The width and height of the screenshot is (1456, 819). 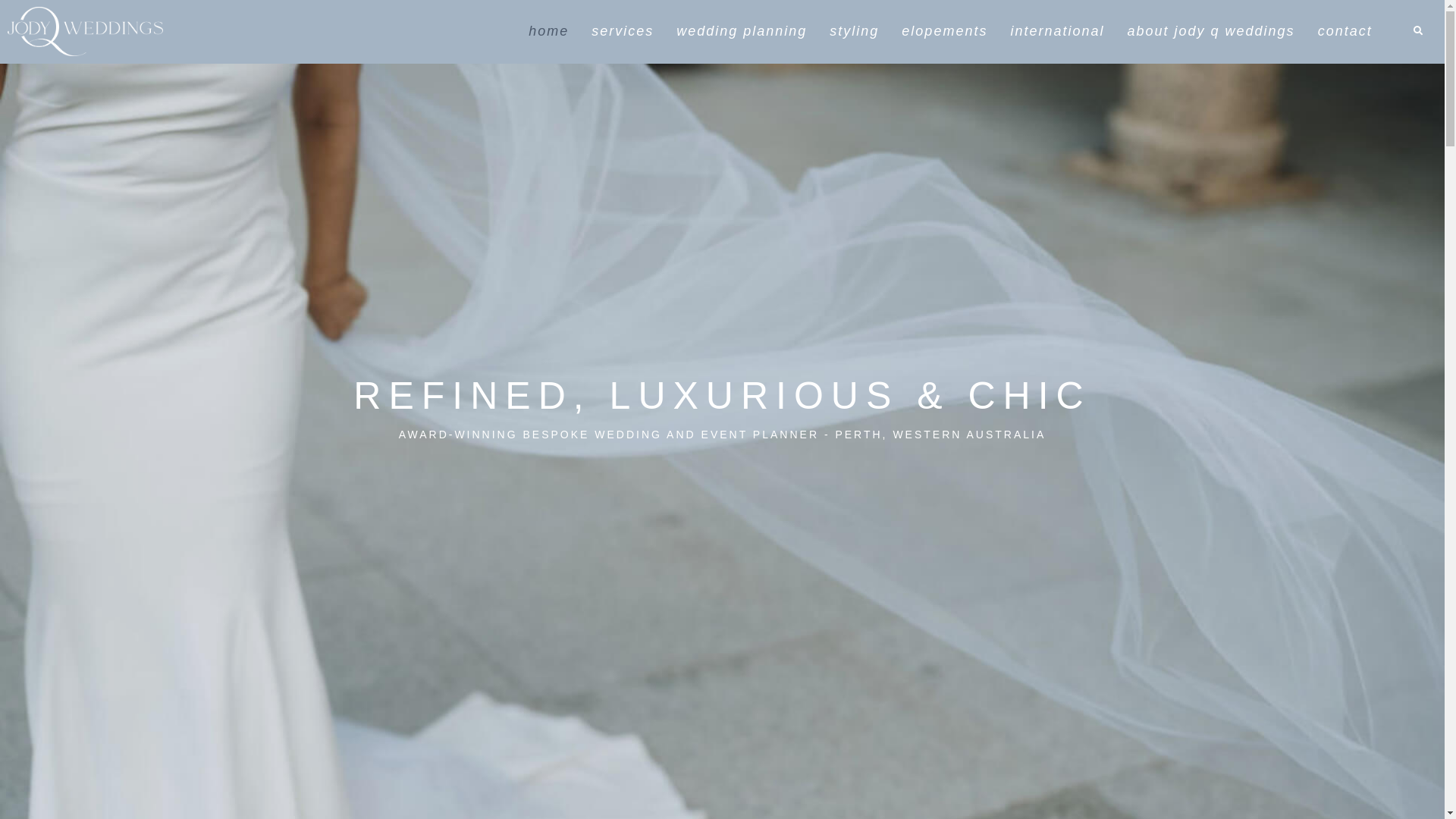 I want to click on 'services', so click(x=622, y=31).